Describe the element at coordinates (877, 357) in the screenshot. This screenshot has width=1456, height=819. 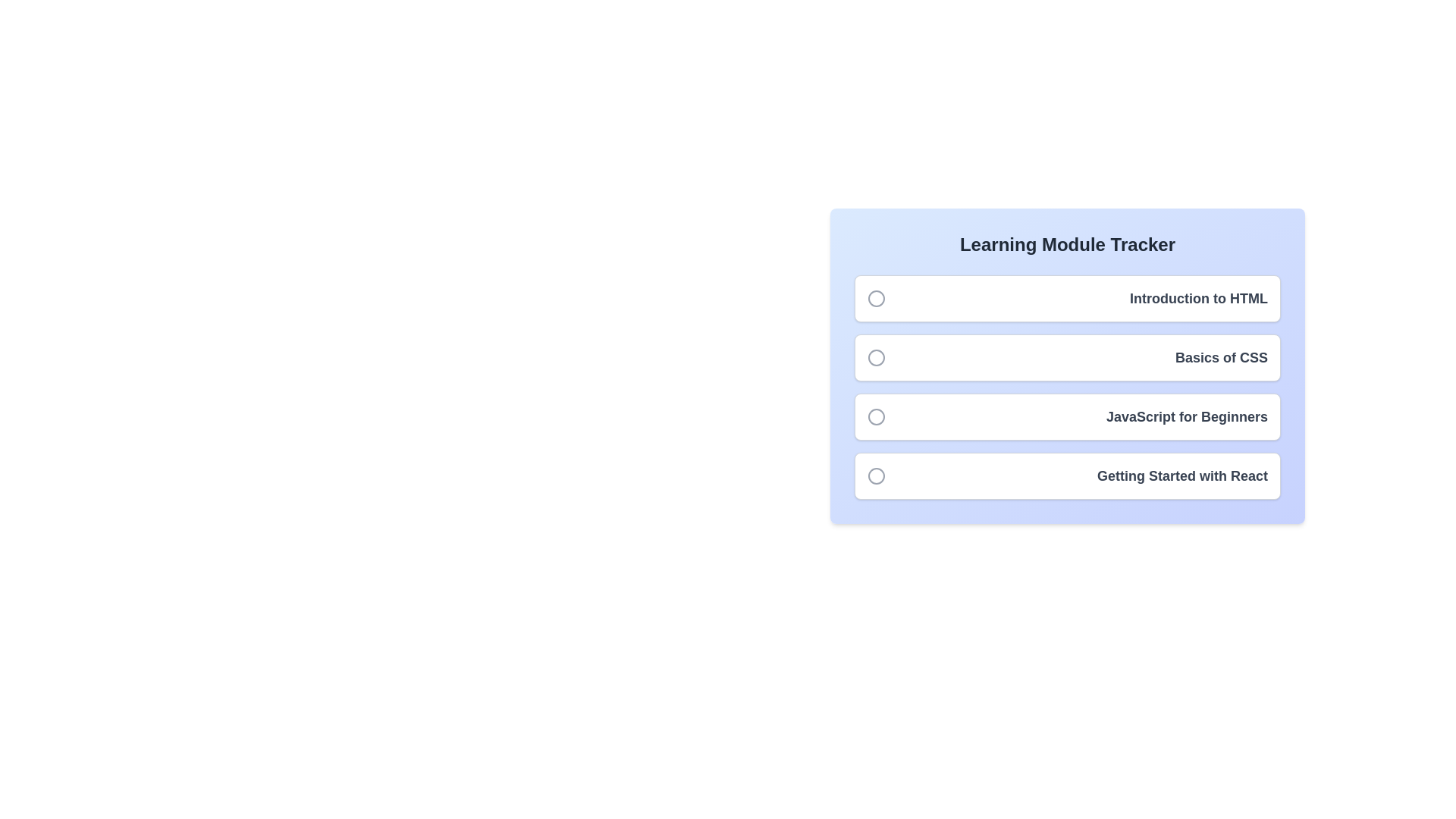
I see `the interactive radio button for 'Basics of CSS'` at that location.